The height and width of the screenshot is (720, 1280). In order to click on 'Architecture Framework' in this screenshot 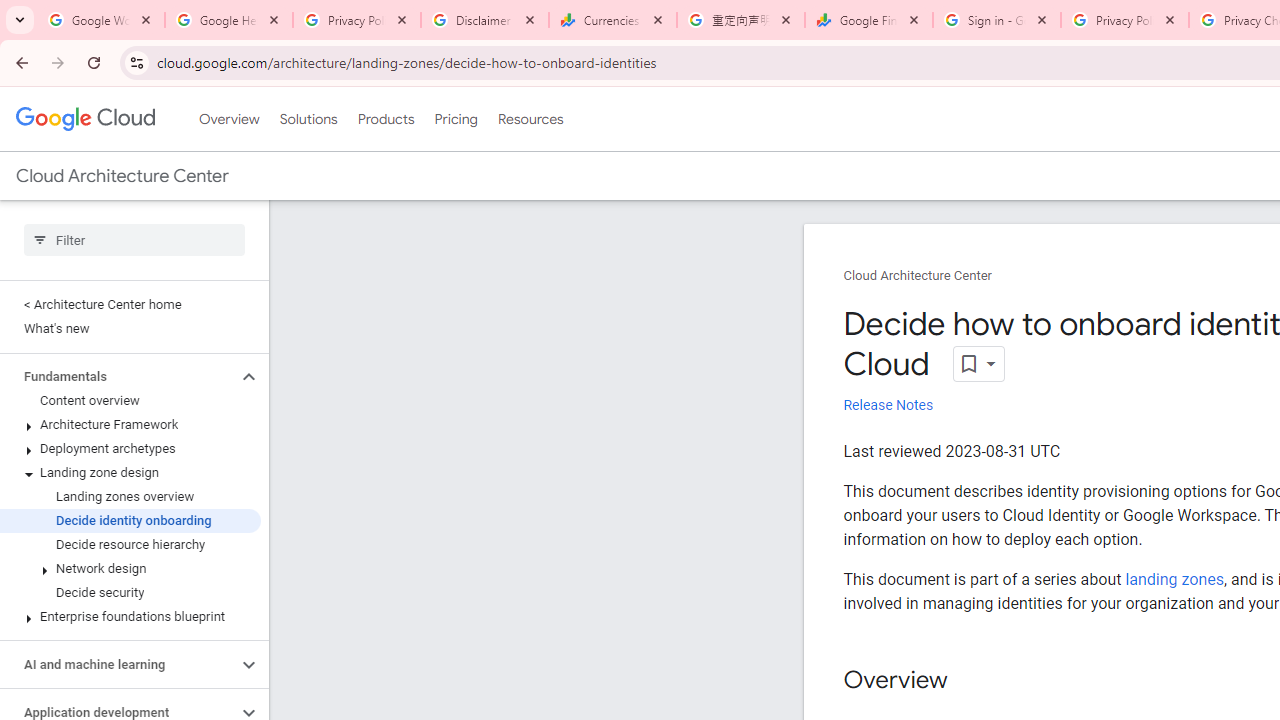, I will do `click(129, 424)`.